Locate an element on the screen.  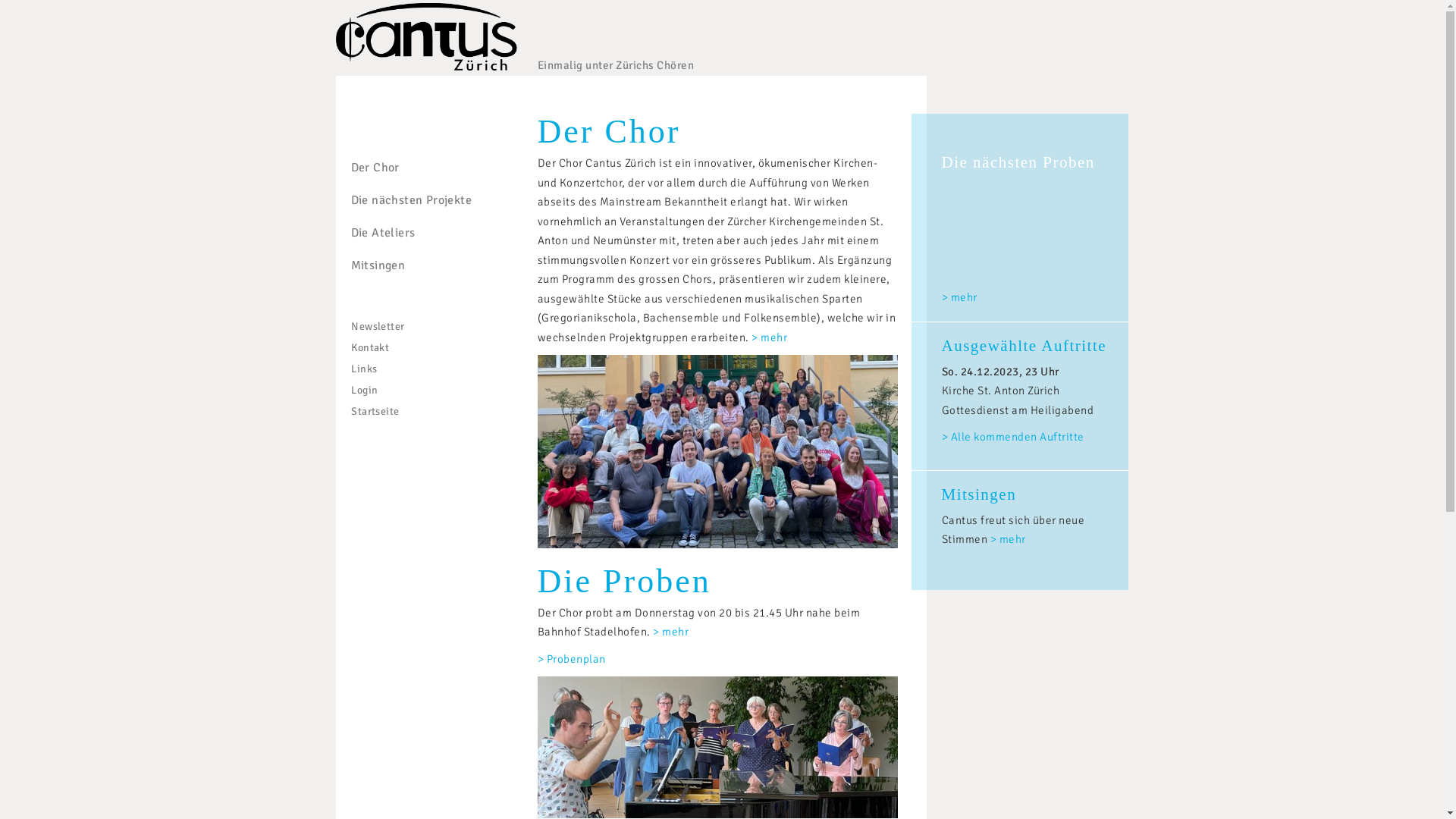
'Links' is located at coordinates (360, 369).